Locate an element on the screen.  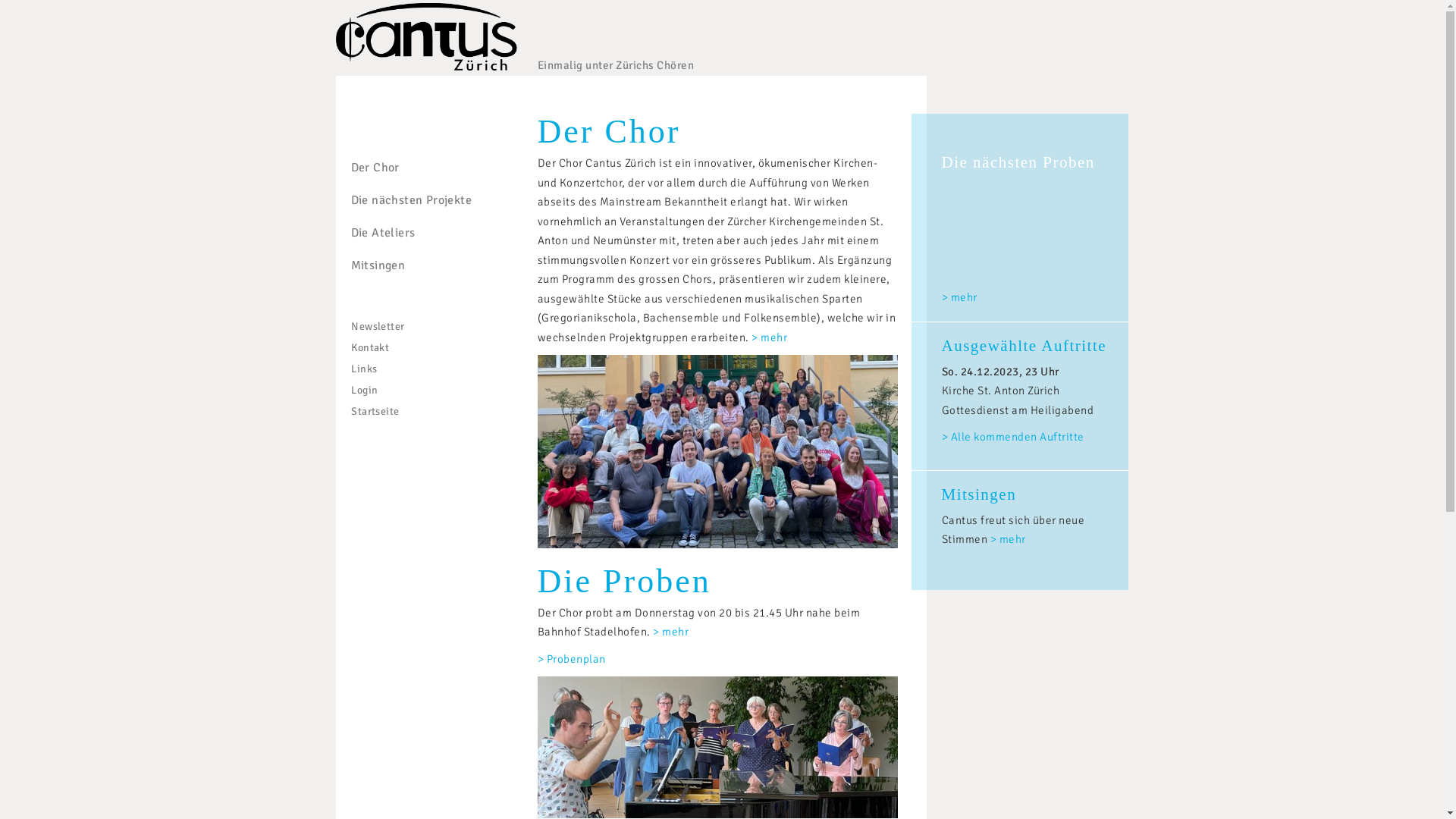
'Links' is located at coordinates (360, 369).